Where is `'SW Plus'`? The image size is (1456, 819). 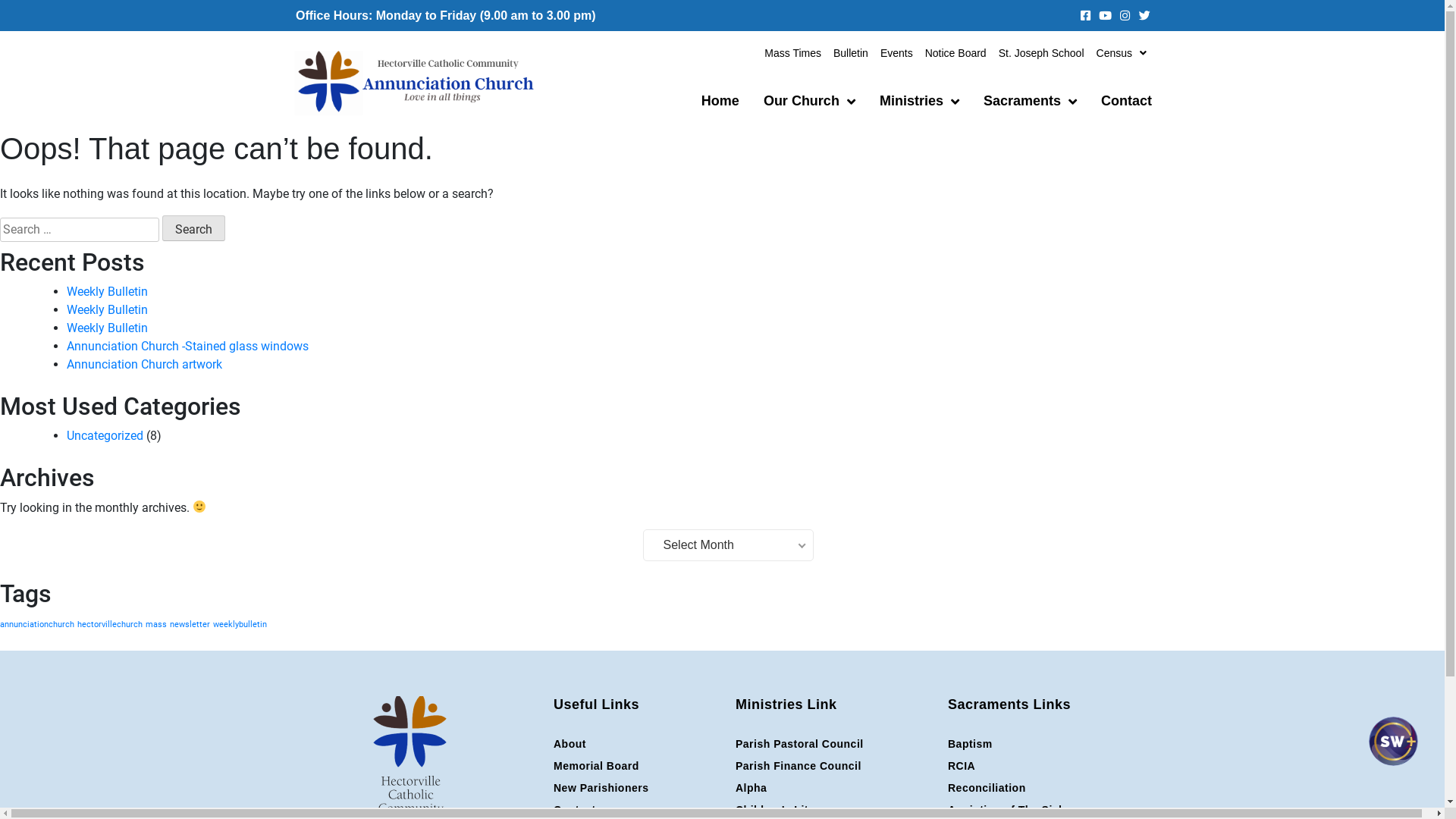
'SW Plus' is located at coordinates (1391, 755).